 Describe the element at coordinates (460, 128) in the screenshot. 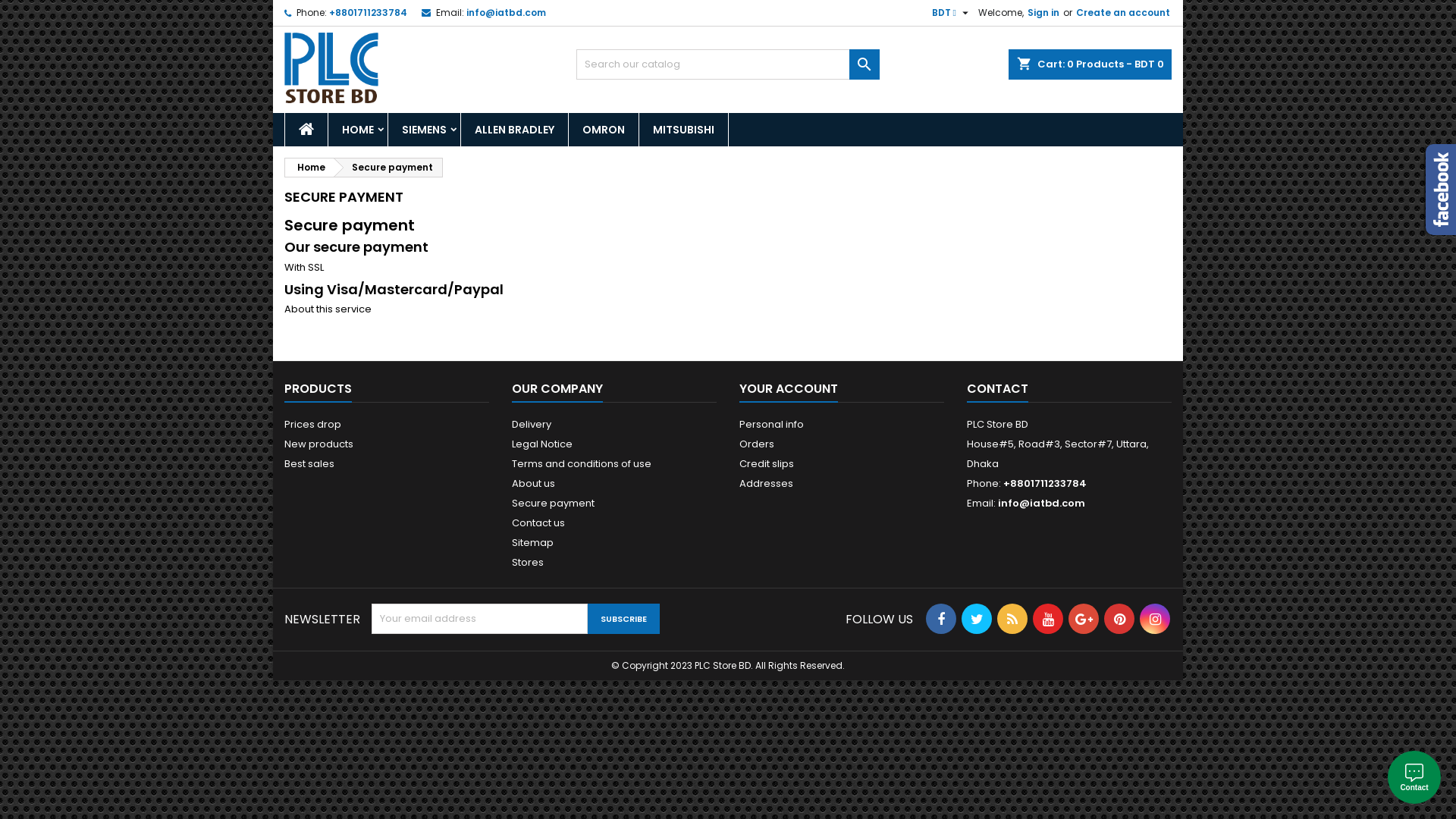

I see `'ALLEN BRADLEY'` at that location.